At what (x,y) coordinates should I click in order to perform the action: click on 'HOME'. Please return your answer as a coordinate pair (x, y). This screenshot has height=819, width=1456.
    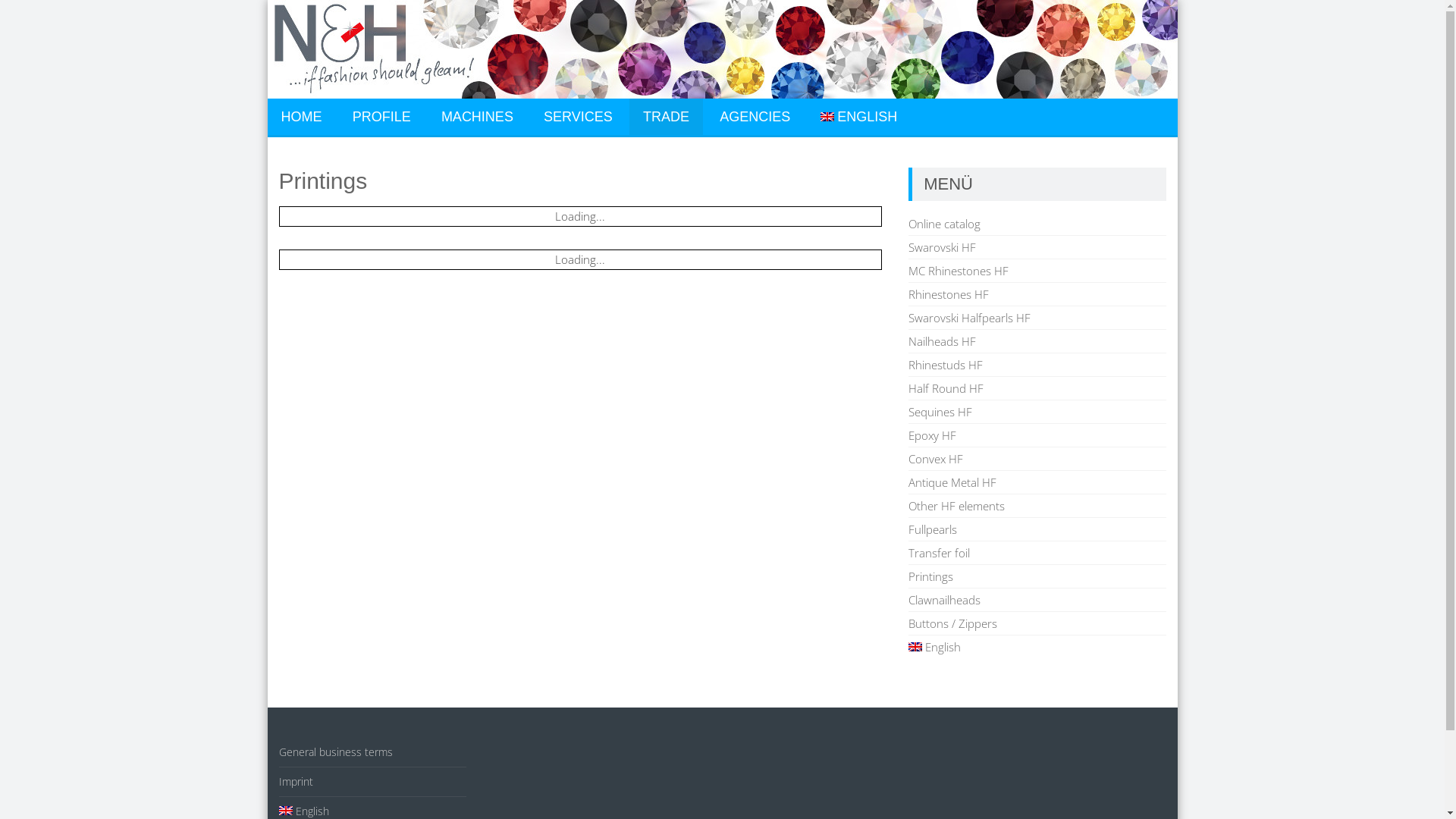
    Looking at the image, I should click on (301, 116).